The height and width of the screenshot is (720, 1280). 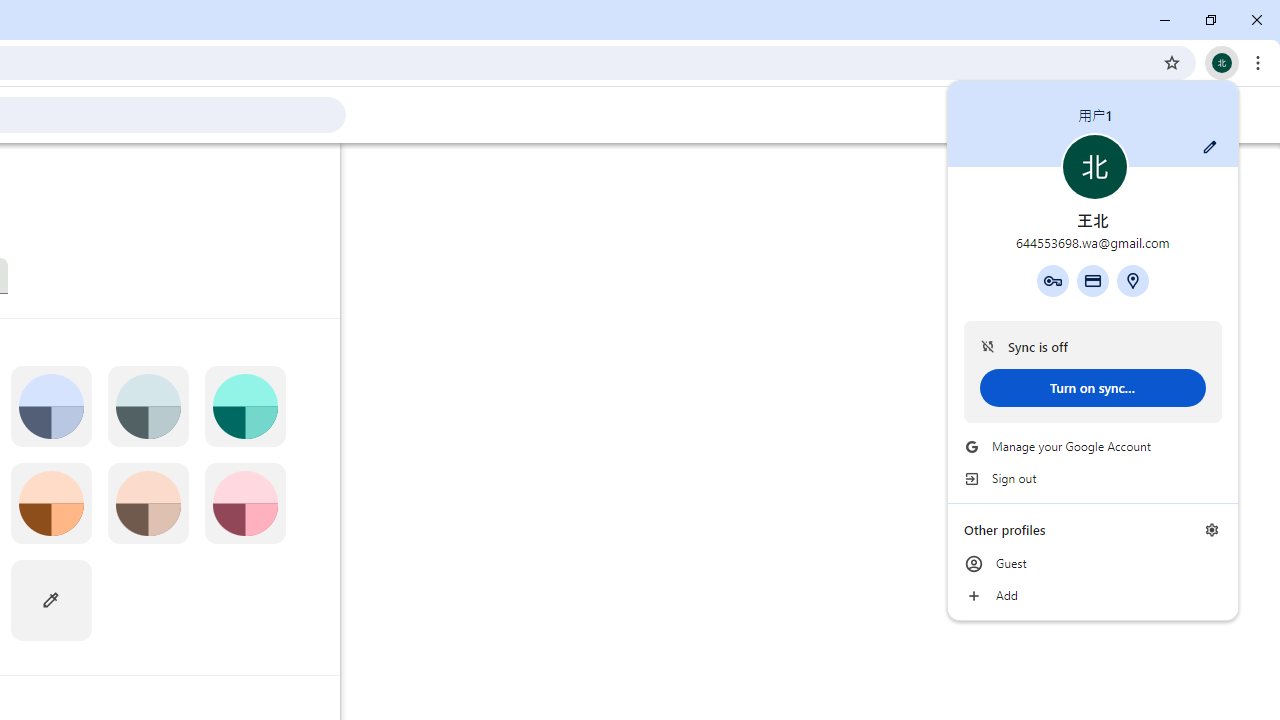 What do you see at coordinates (1091, 280) in the screenshot?
I see `'Payment methods'` at bounding box center [1091, 280].